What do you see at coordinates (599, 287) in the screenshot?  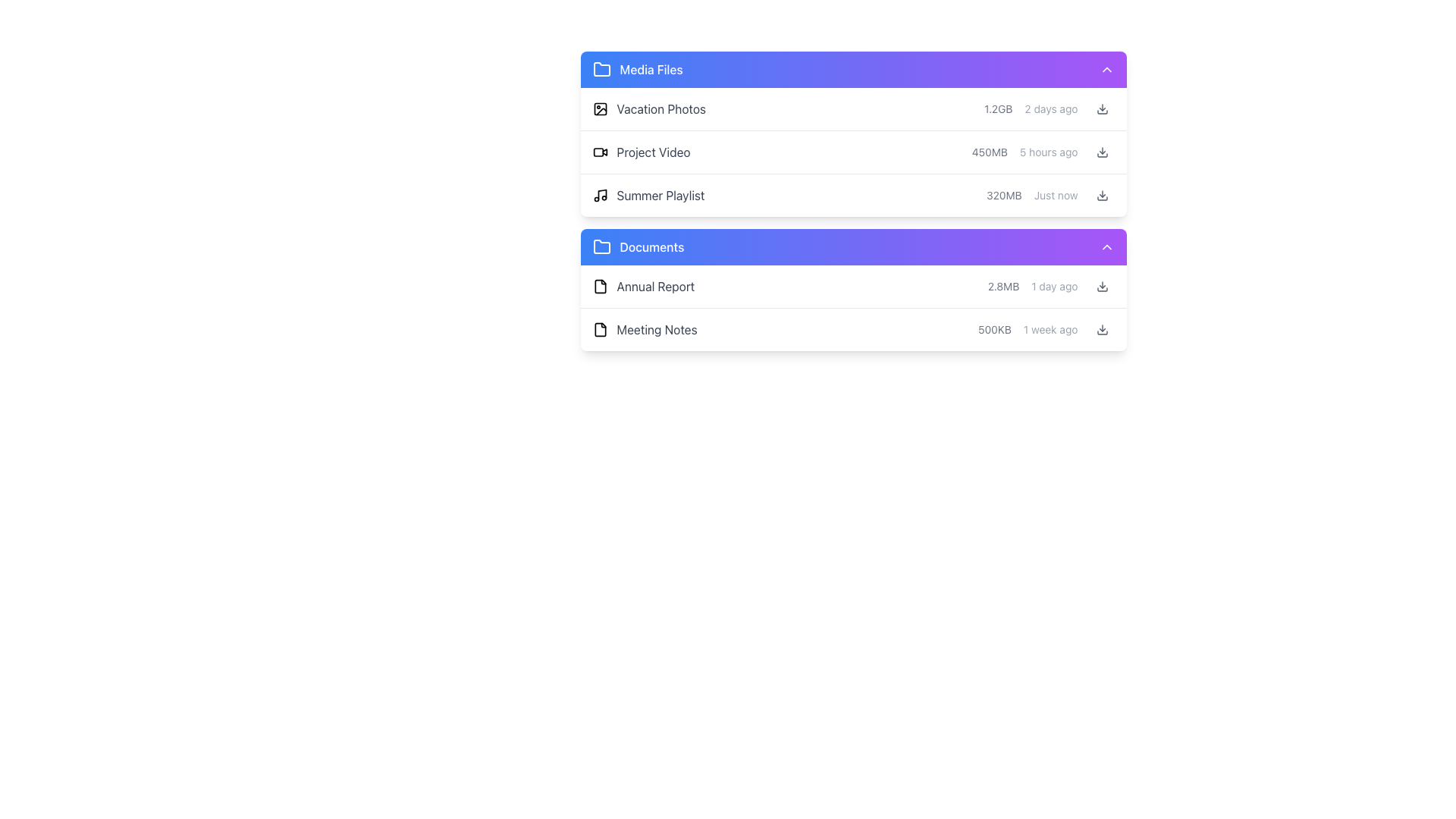 I see `the icon representing the 'Annual Report' document` at bounding box center [599, 287].